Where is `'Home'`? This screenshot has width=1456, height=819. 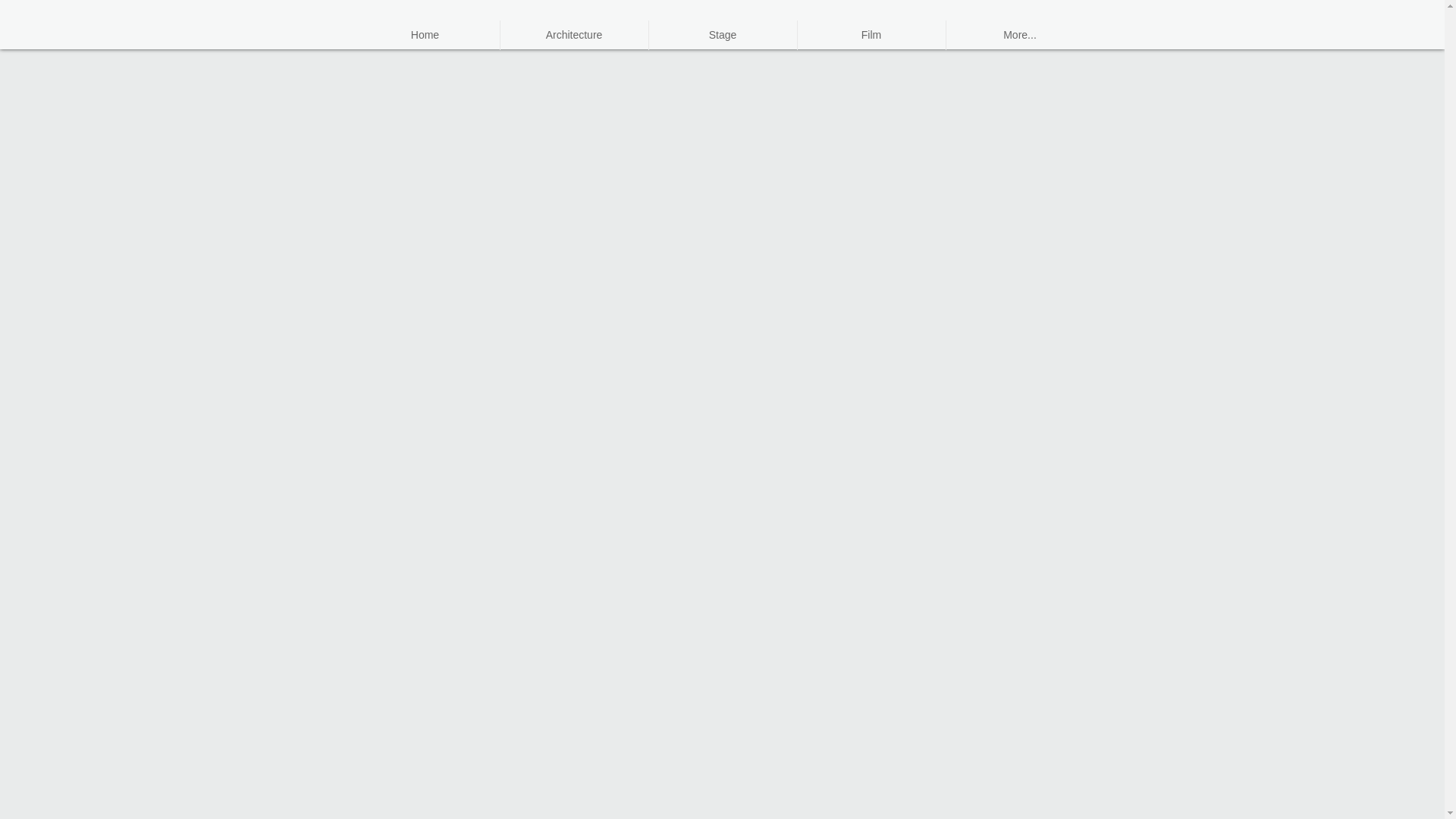 'Home' is located at coordinates (425, 34).